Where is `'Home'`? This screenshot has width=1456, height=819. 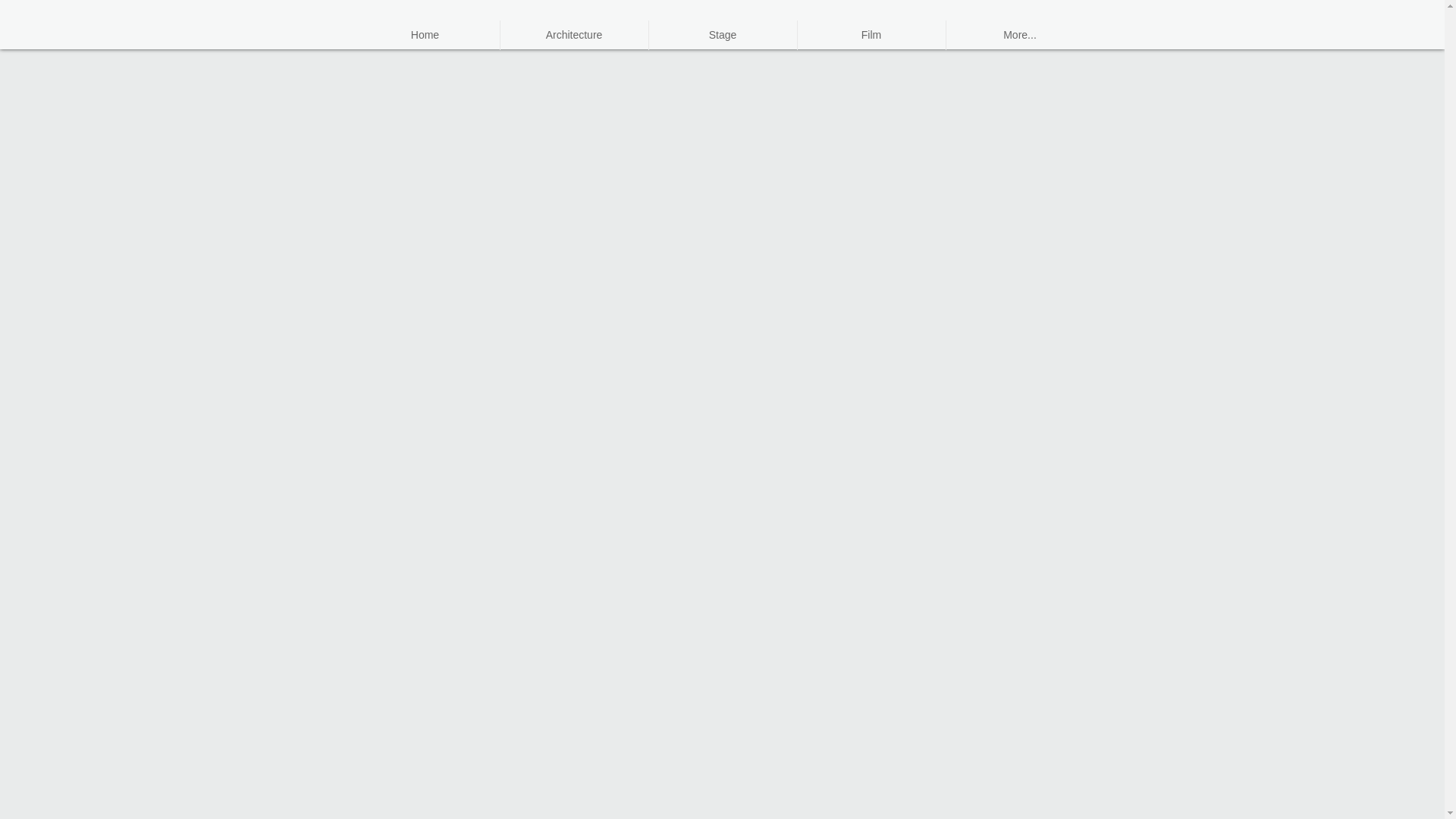 'Home' is located at coordinates (425, 34).